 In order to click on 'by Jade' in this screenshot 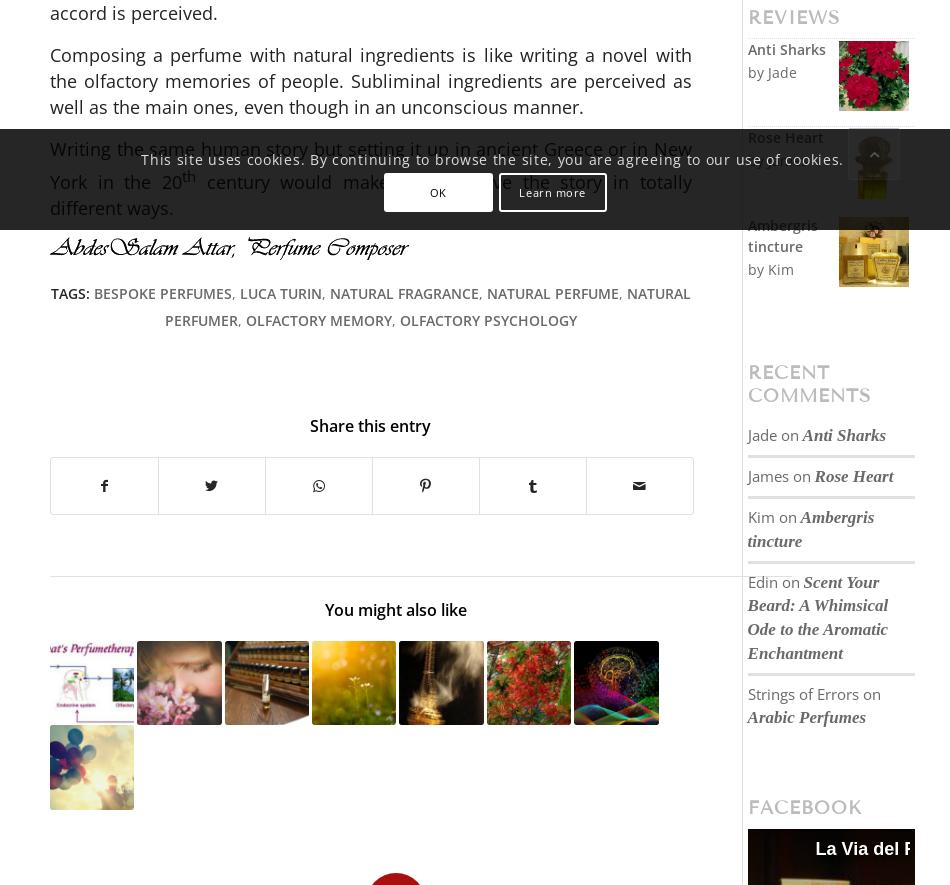, I will do `click(745, 70)`.